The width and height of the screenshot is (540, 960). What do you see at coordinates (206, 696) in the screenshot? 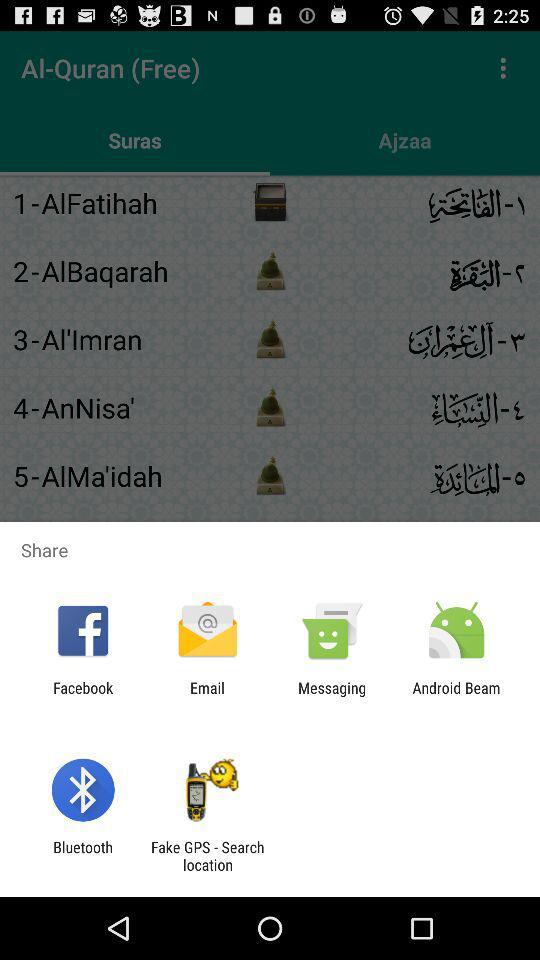
I see `the icon next to the messaging item` at bounding box center [206, 696].